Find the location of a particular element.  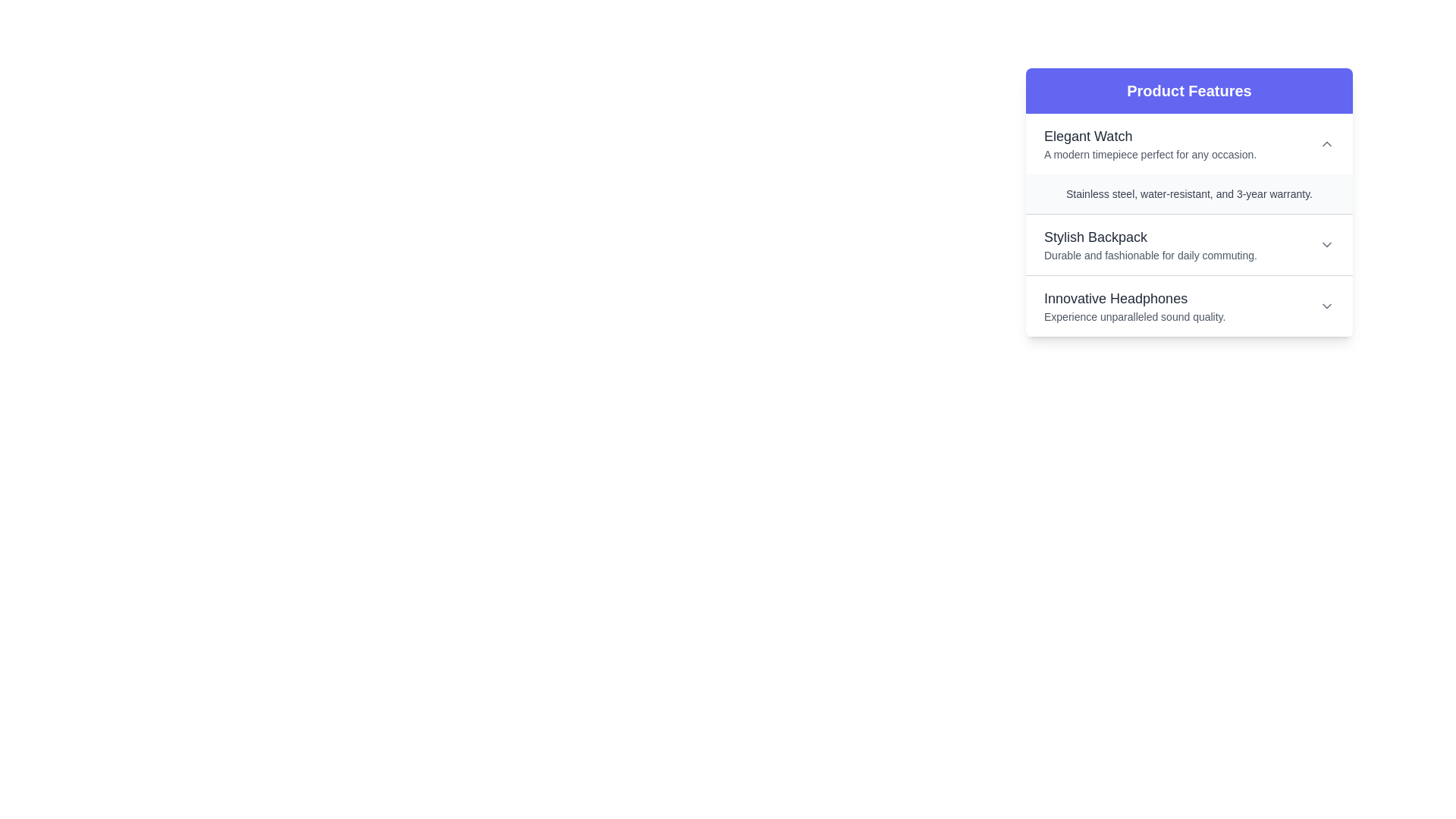

text block containing 'Stainless steel, water-resistant, and 3-year warranty.' located beneath the 'Elegant Watch' header in the 'Product Features' section is located at coordinates (1188, 193).